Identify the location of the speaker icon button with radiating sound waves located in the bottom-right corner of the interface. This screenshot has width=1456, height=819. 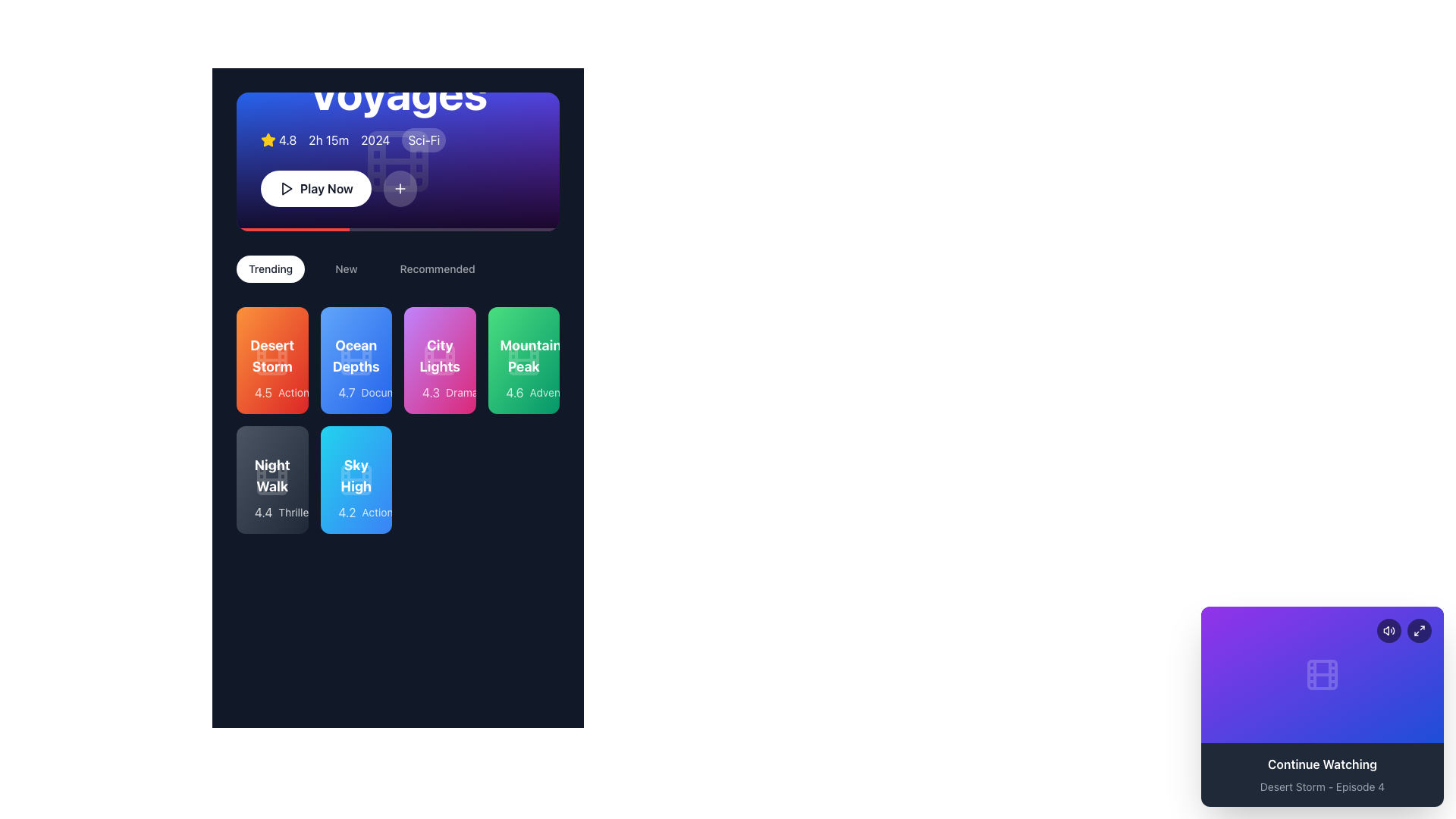
(1389, 631).